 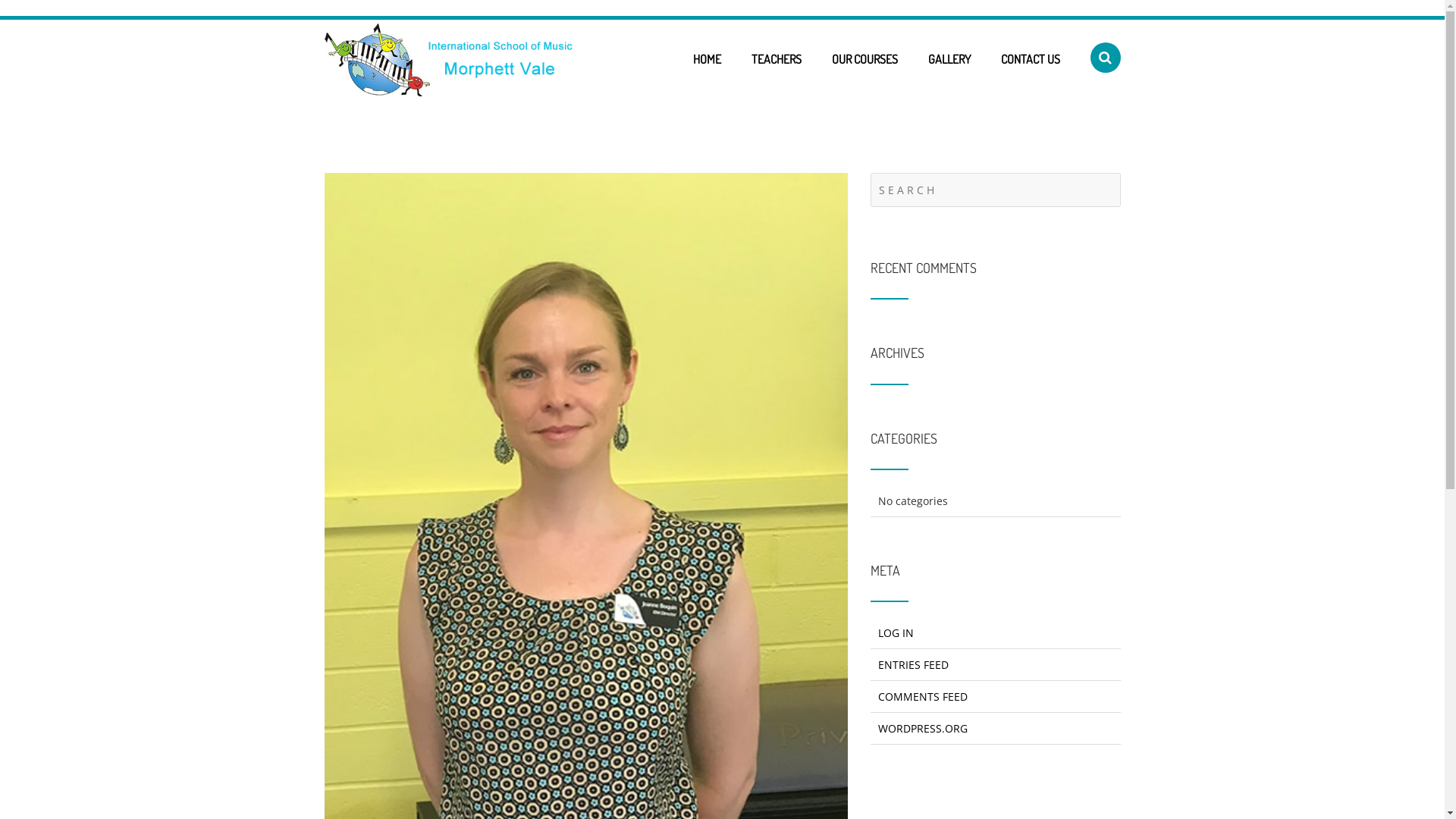 What do you see at coordinates (1030, 58) in the screenshot?
I see `'CONTACT US'` at bounding box center [1030, 58].